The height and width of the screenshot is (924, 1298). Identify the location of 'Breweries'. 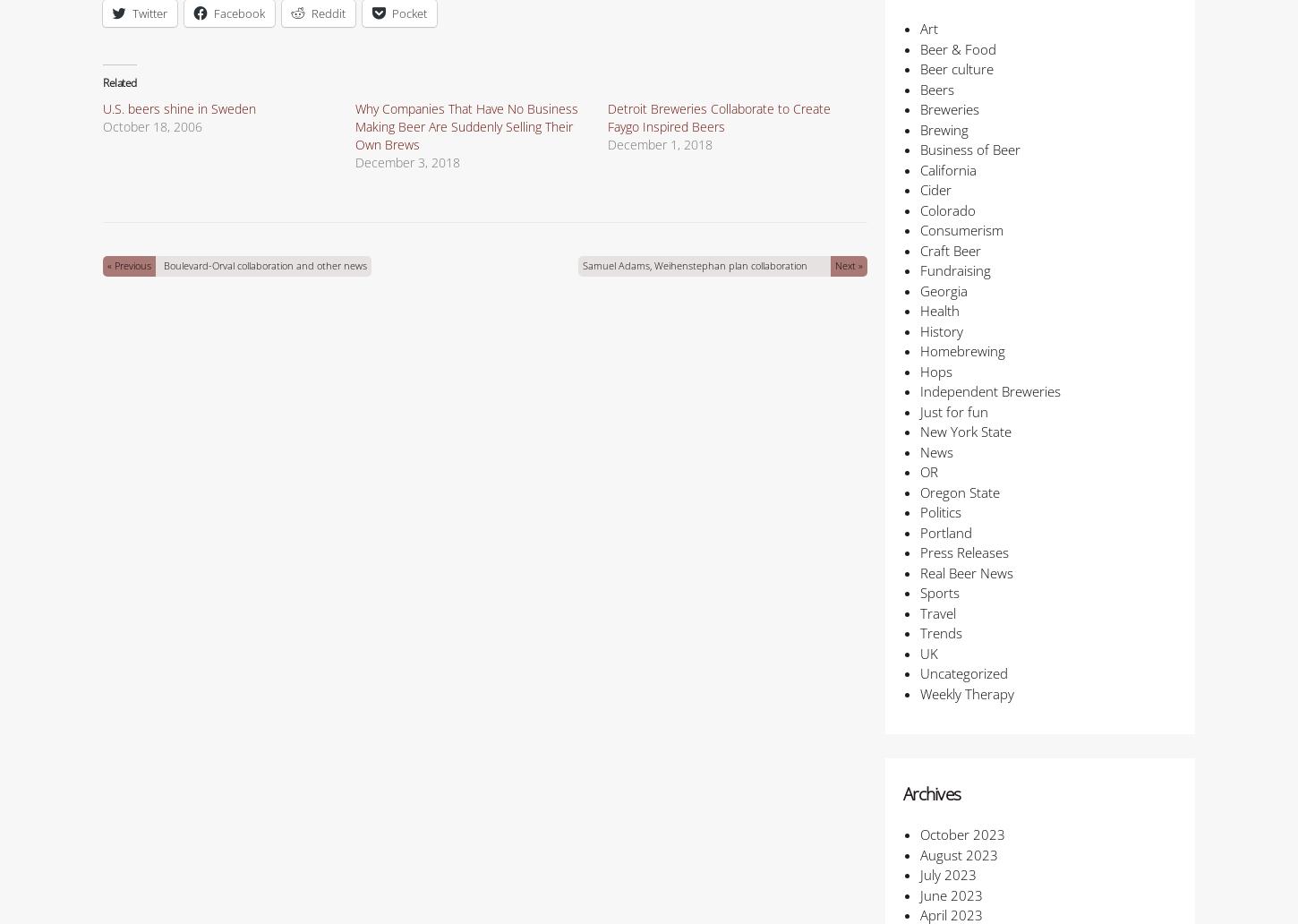
(948, 108).